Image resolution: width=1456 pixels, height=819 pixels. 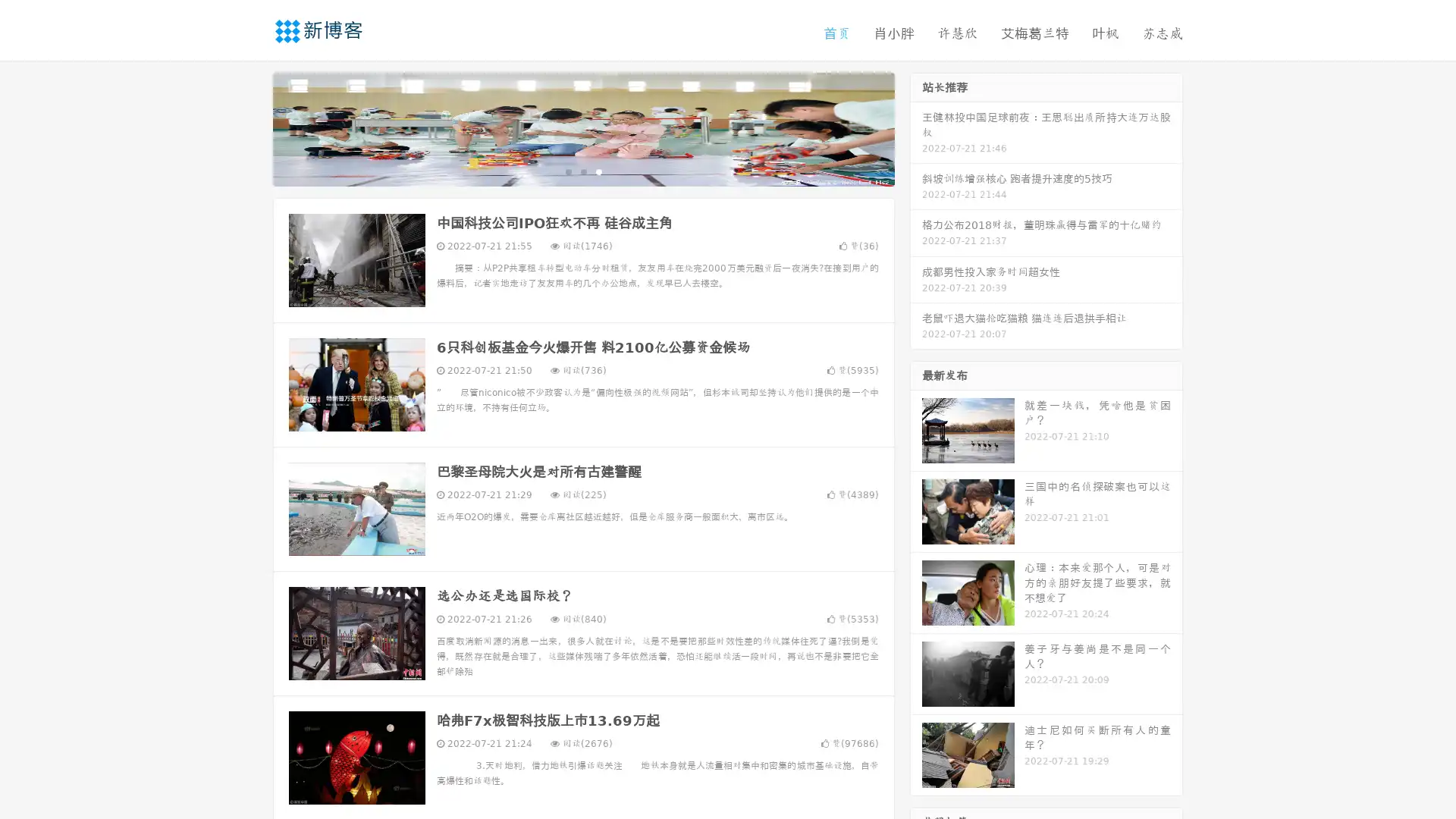 What do you see at coordinates (598, 171) in the screenshot?
I see `Go to slide 3` at bounding box center [598, 171].